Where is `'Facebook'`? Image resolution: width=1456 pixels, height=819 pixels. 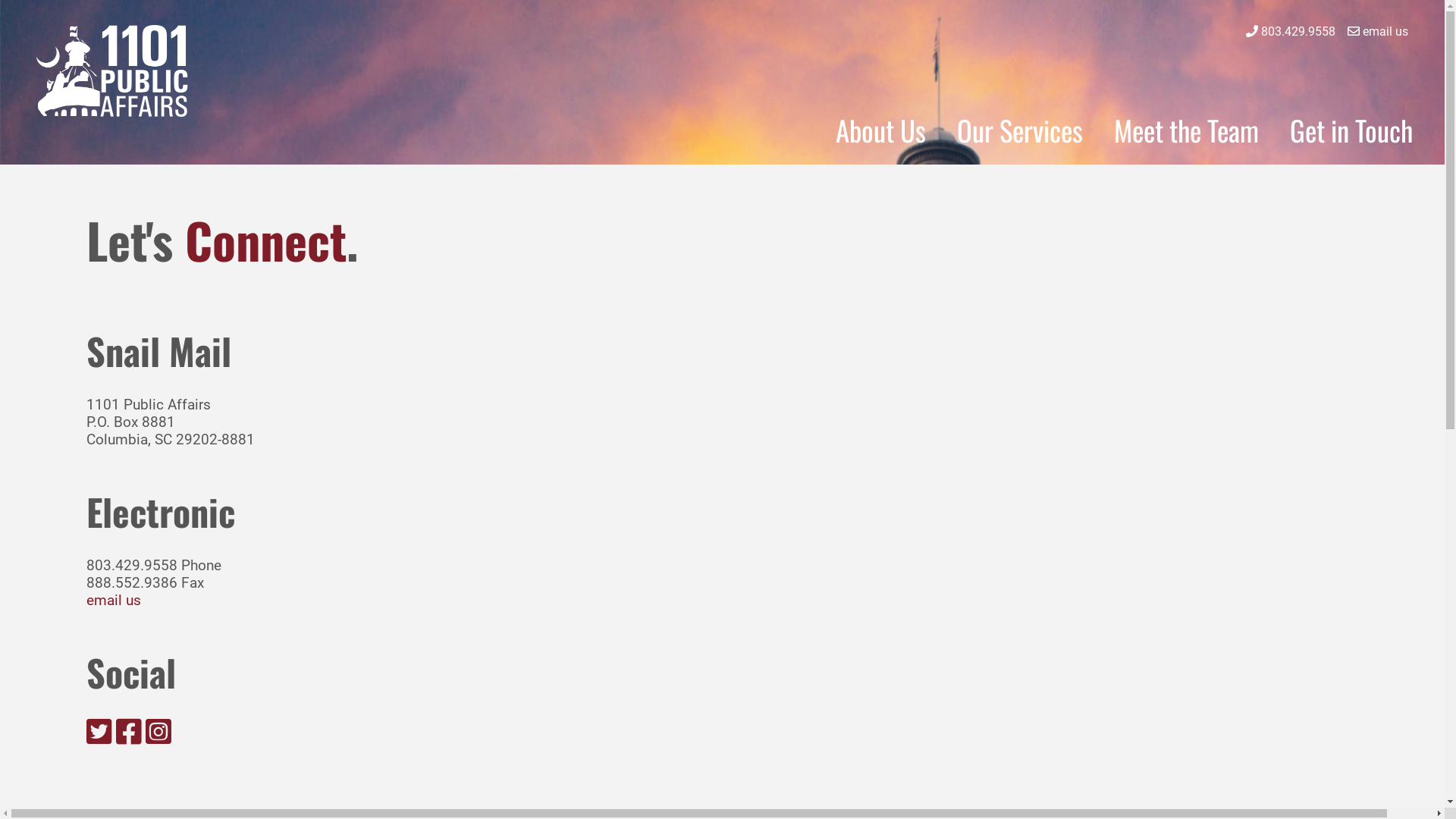 'Facebook' is located at coordinates (128, 736).